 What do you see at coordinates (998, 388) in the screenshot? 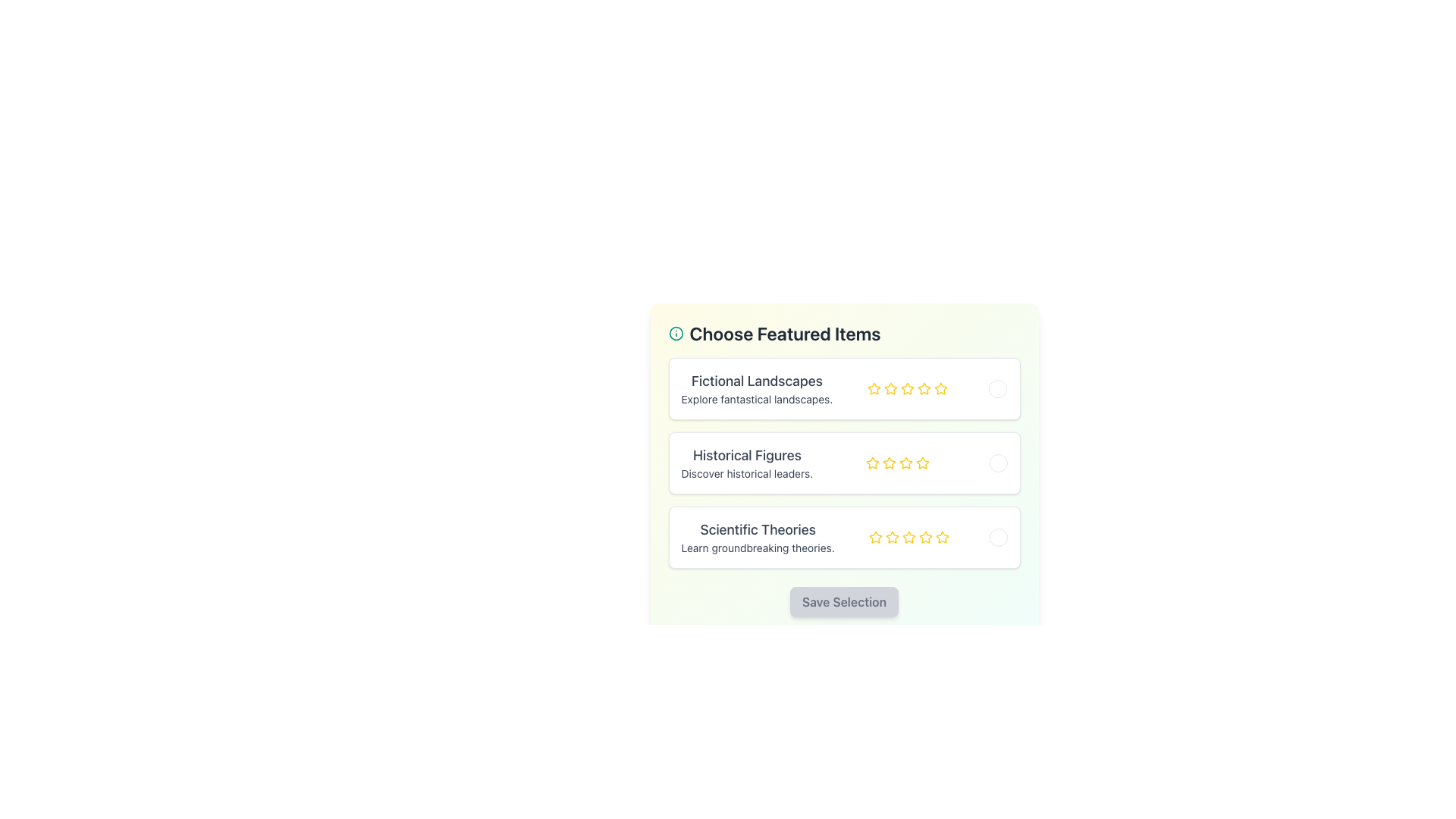
I see `the action button related to the 'Fictional Landscapes' listing` at bounding box center [998, 388].